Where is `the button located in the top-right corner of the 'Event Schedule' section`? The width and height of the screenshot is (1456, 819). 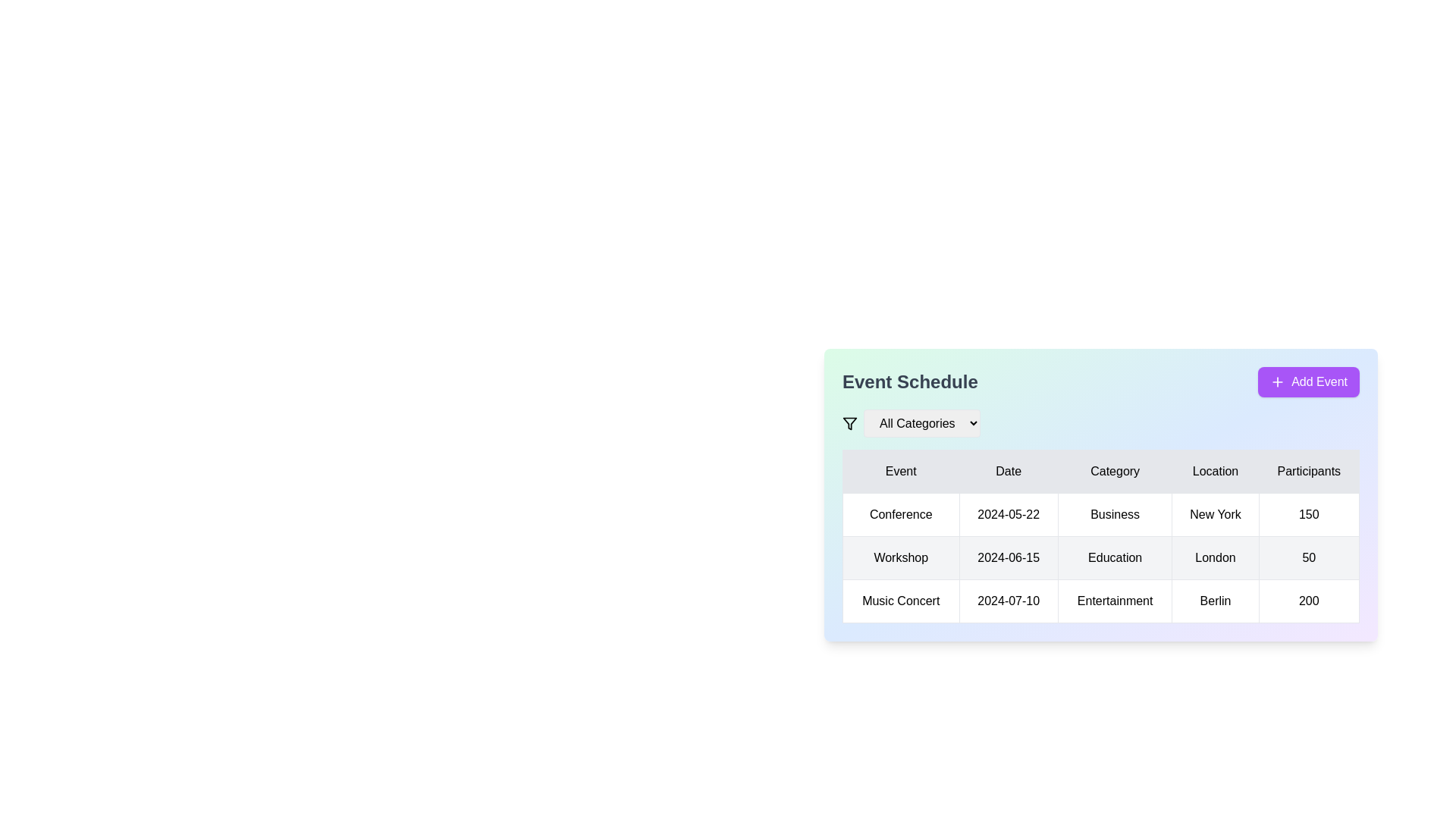
the button located in the top-right corner of the 'Event Schedule' section is located at coordinates (1308, 381).